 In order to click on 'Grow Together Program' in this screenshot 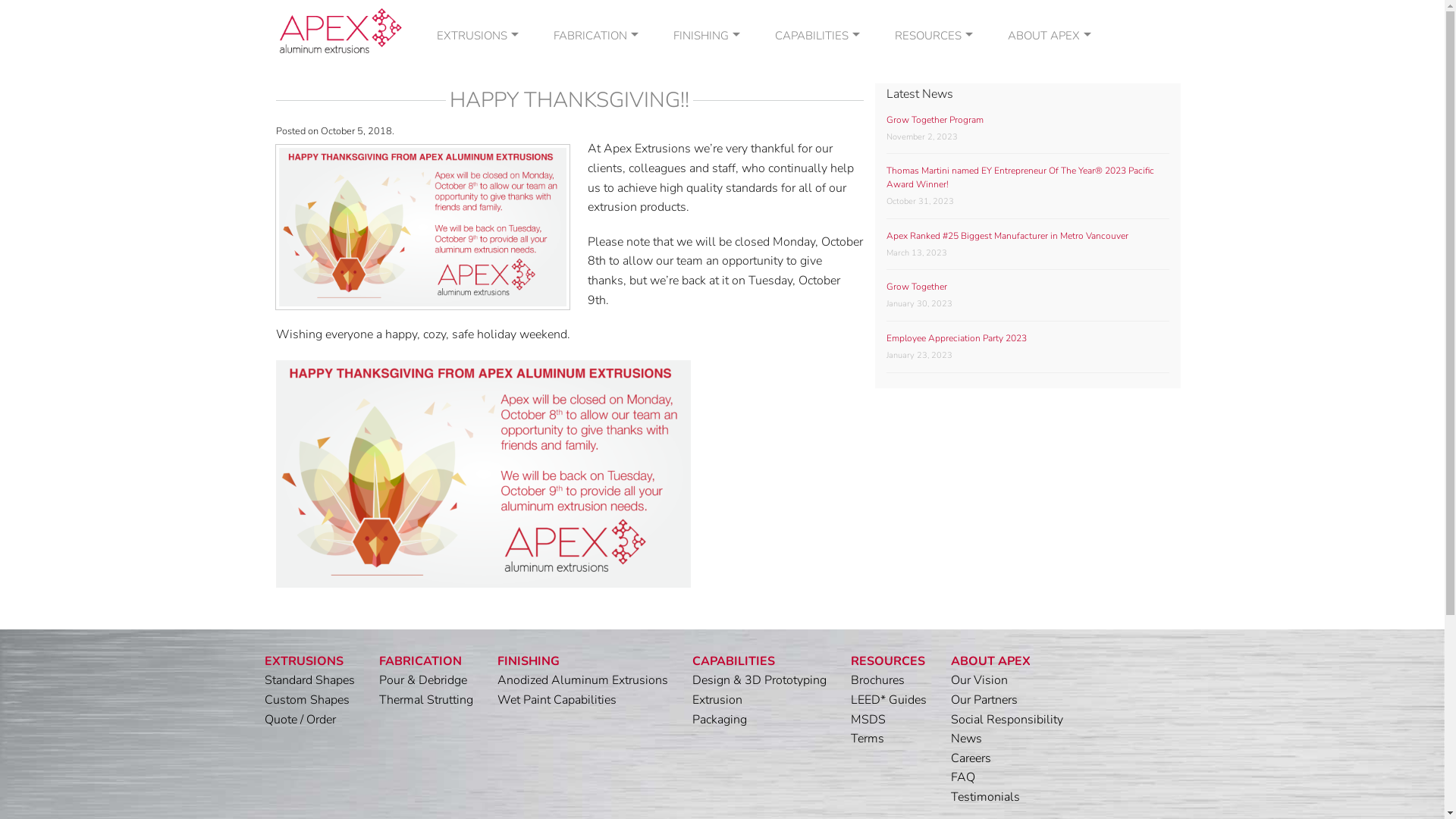, I will do `click(934, 119)`.